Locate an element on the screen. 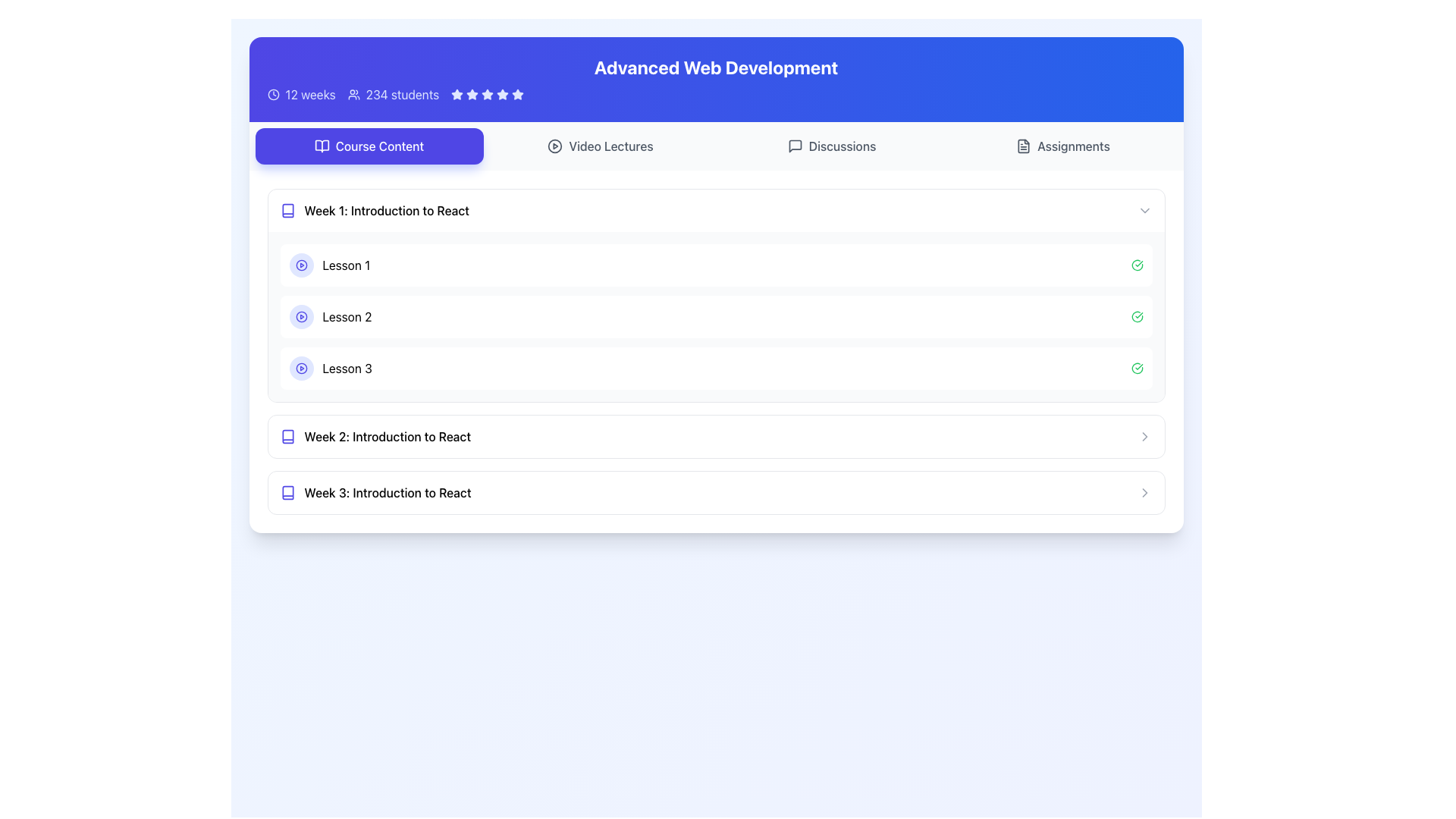 The height and width of the screenshot is (819, 1456). the header for Week 3 is located at coordinates (388, 493).